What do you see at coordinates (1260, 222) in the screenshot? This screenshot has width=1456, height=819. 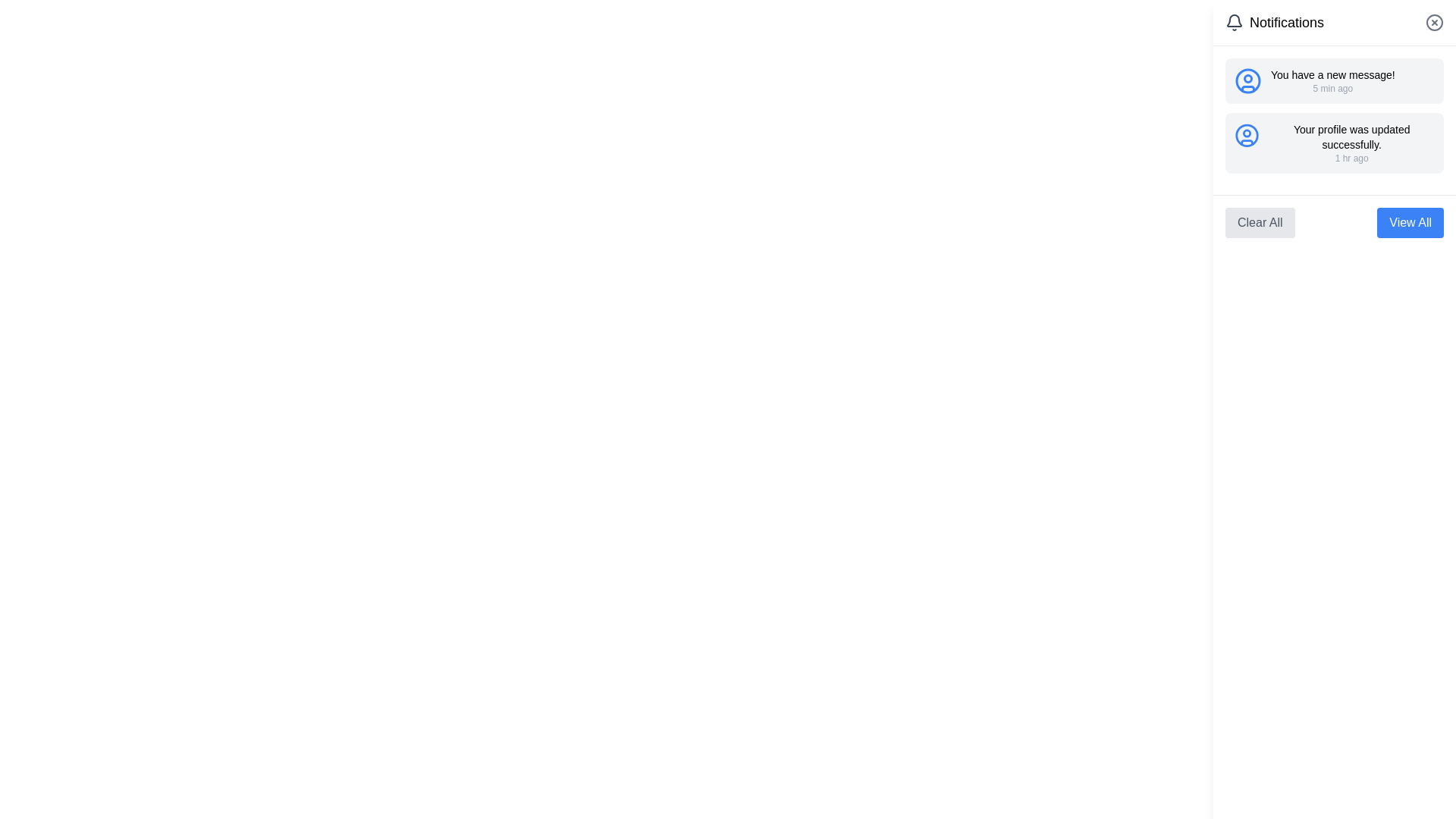 I see `the button located in the footer section of the notification panel to clear all notifications, positioned to the left of the 'View All' button` at bounding box center [1260, 222].